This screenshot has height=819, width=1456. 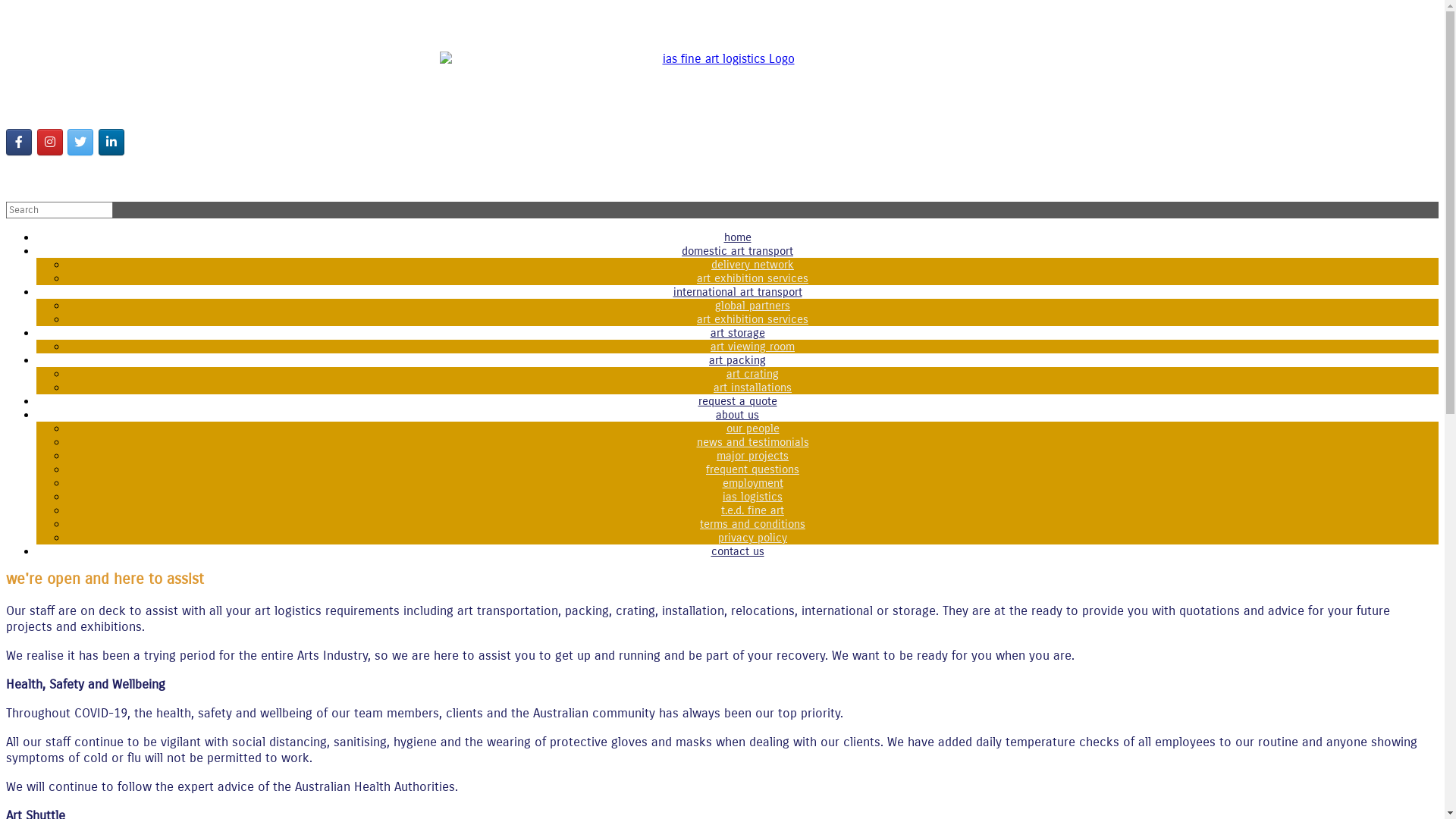 What do you see at coordinates (752, 455) in the screenshot?
I see `'major projects'` at bounding box center [752, 455].